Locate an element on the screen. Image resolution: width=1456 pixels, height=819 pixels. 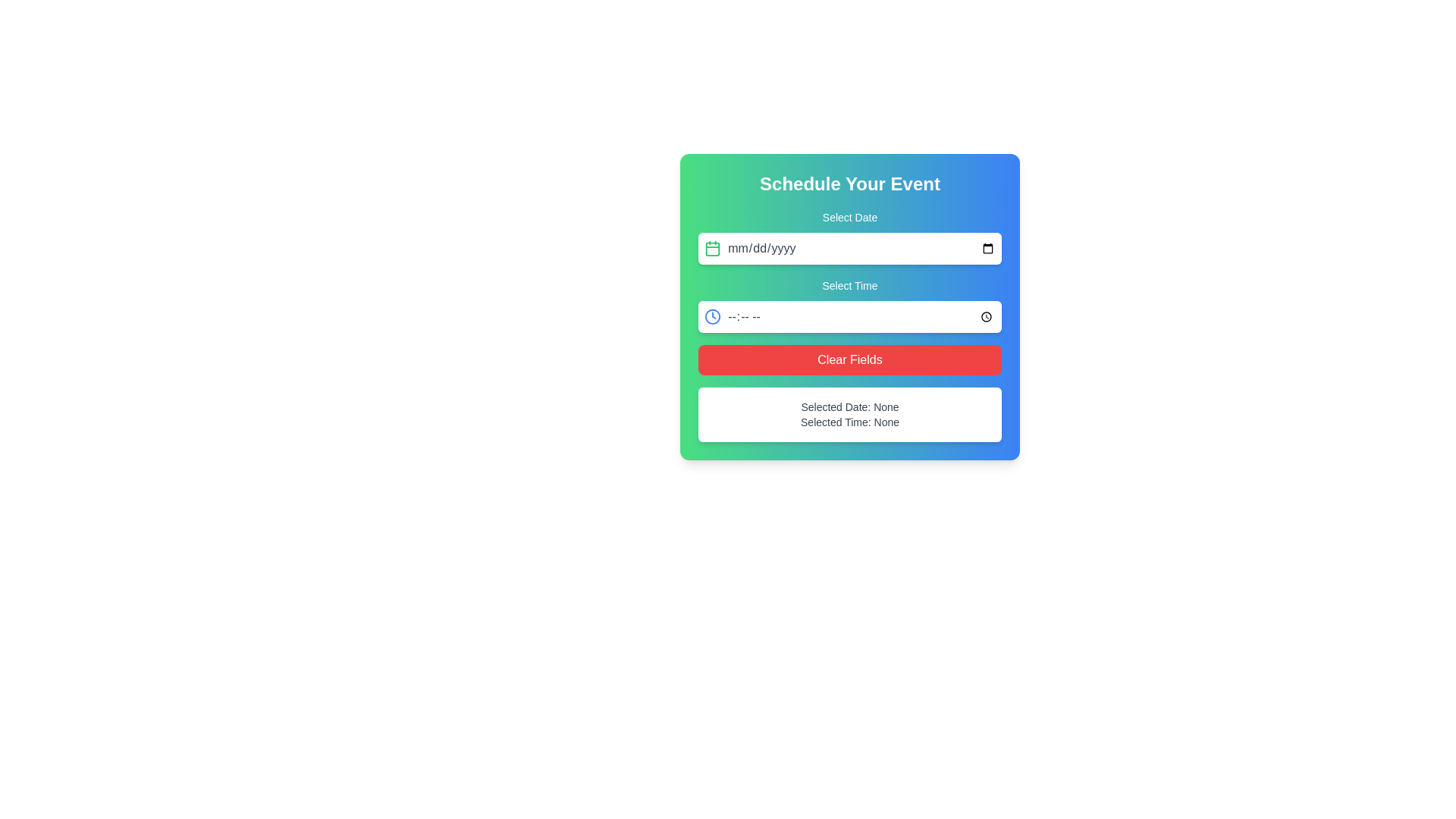
the 'Select Time' label that is styled with white text on a blue gradient background, located under the 'Select Date' title and above the time input field is located at coordinates (849, 286).